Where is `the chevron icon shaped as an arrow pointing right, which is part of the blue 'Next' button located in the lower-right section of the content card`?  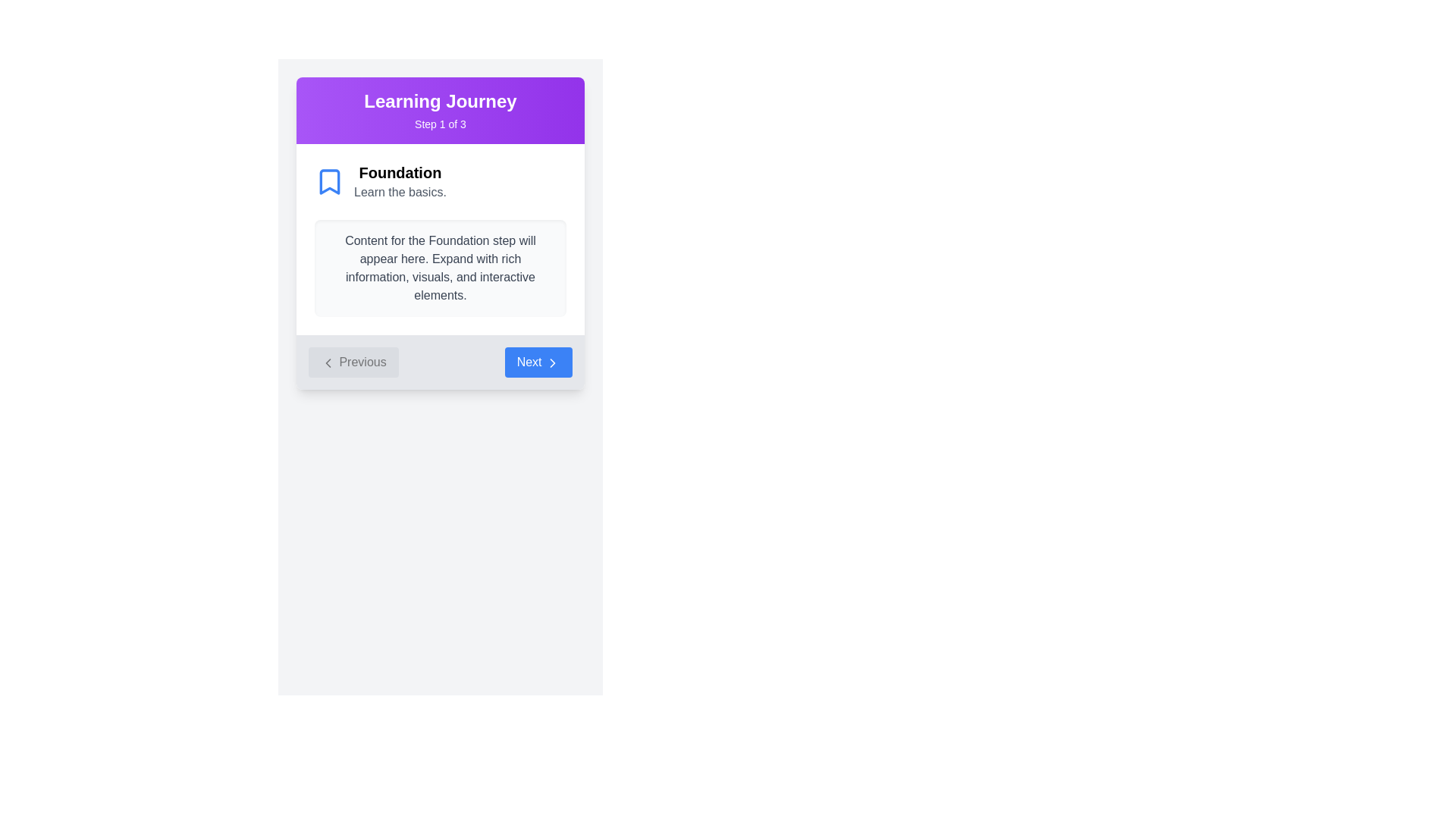 the chevron icon shaped as an arrow pointing right, which is part of the blue 'Next' button located in the lower-right section of the content card is located at coordinates (552, 362).